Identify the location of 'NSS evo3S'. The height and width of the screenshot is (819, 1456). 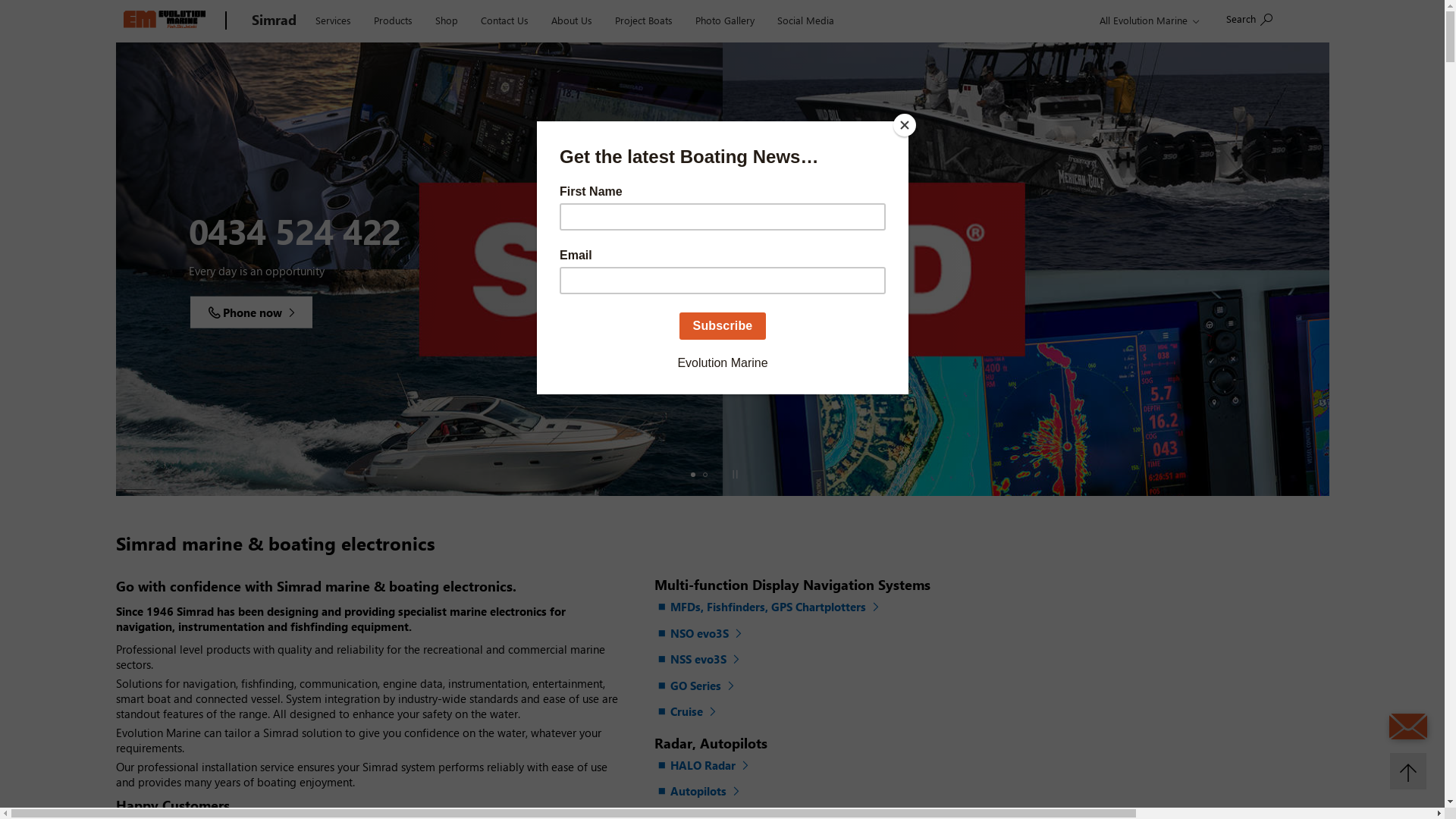
(698, 659).